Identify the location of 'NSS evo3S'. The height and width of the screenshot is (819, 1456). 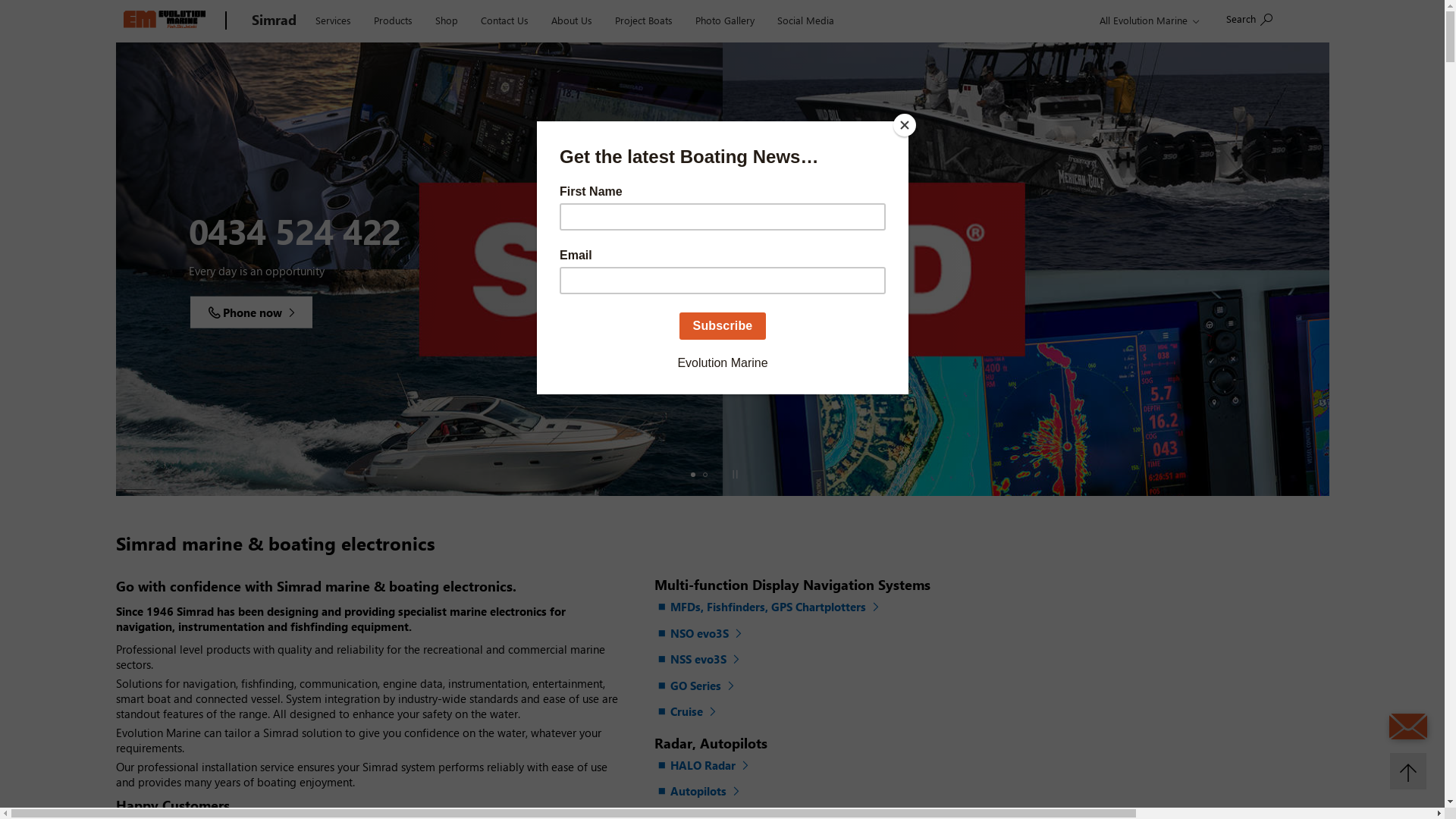
(698, 659).